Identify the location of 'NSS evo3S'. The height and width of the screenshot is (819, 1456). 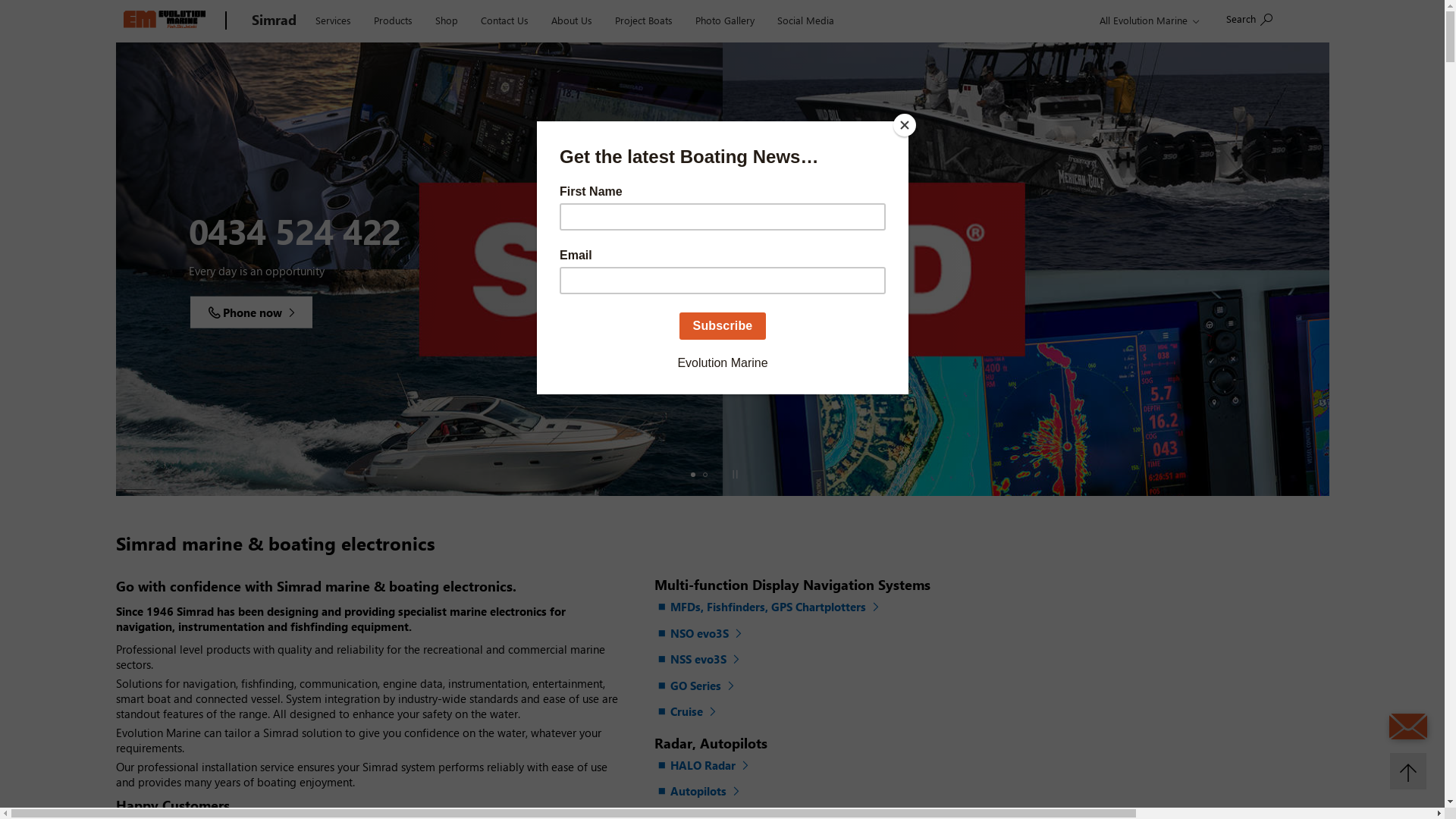
(698, 659).